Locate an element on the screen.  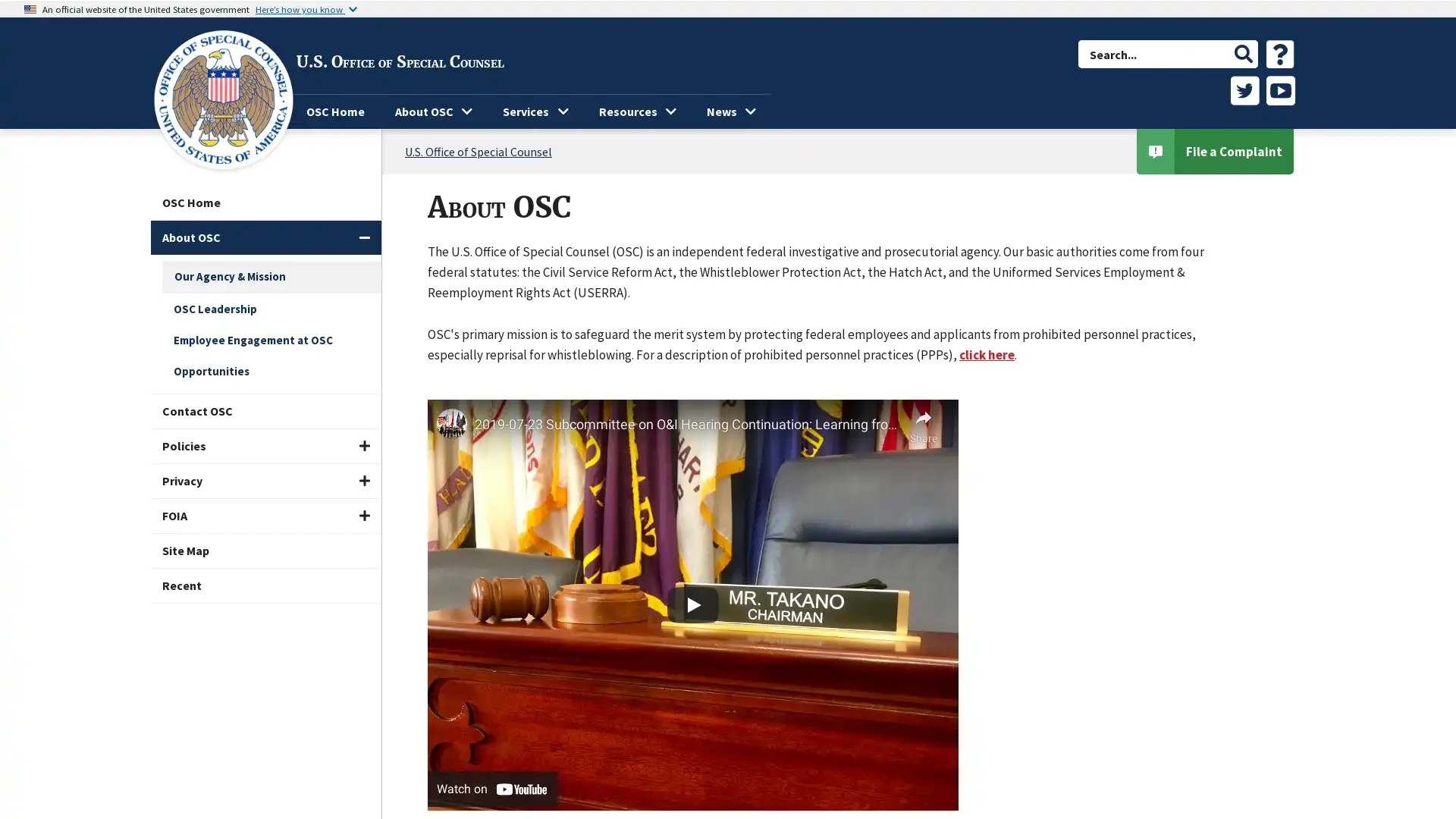
FOIA is located at coordinates (265, 515).